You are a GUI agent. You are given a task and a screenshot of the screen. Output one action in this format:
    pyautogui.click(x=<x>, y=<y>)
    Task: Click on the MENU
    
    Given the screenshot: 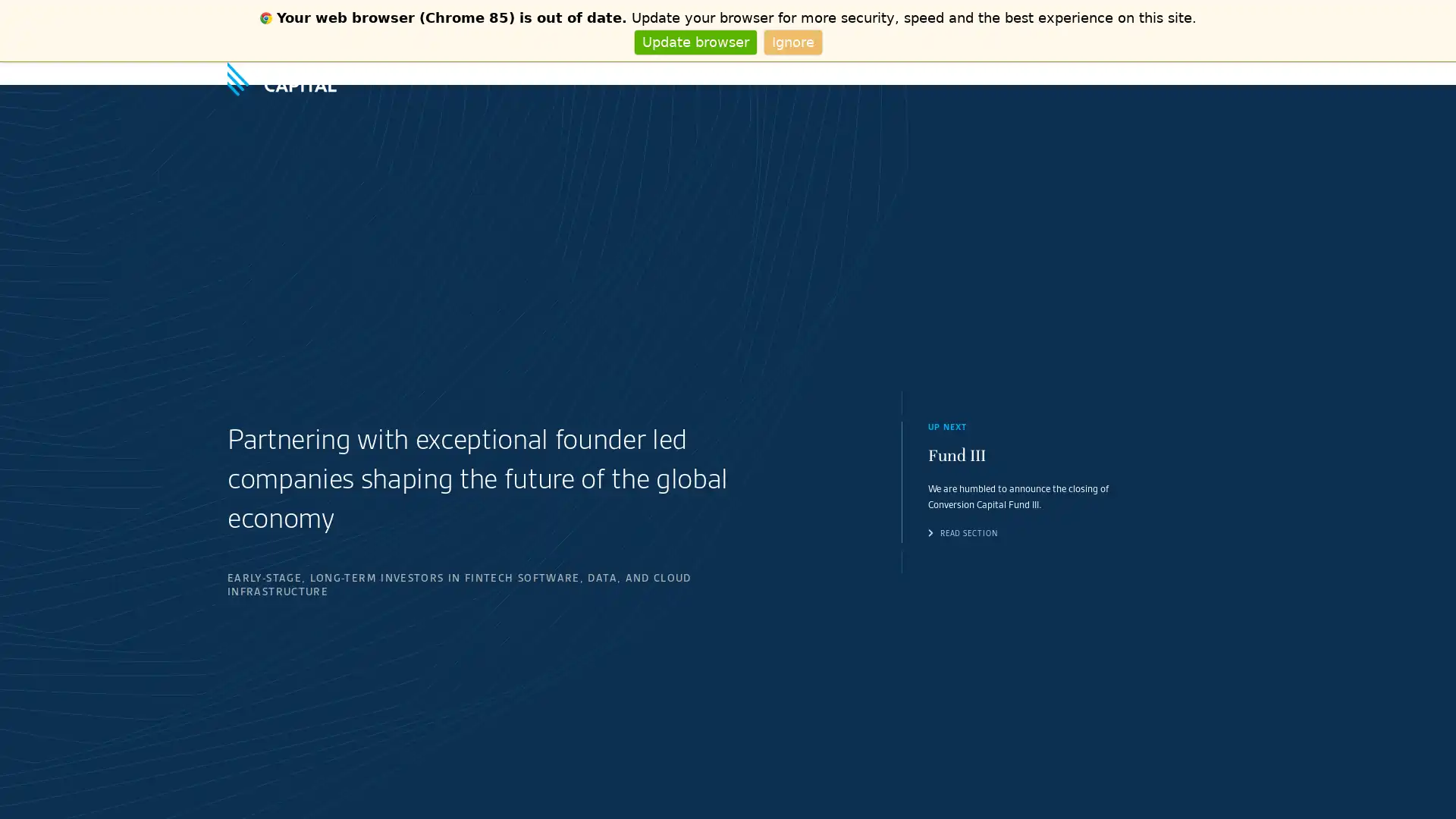 What is the action you would take?
    pyautogui.click(x=1216, y=73)
    